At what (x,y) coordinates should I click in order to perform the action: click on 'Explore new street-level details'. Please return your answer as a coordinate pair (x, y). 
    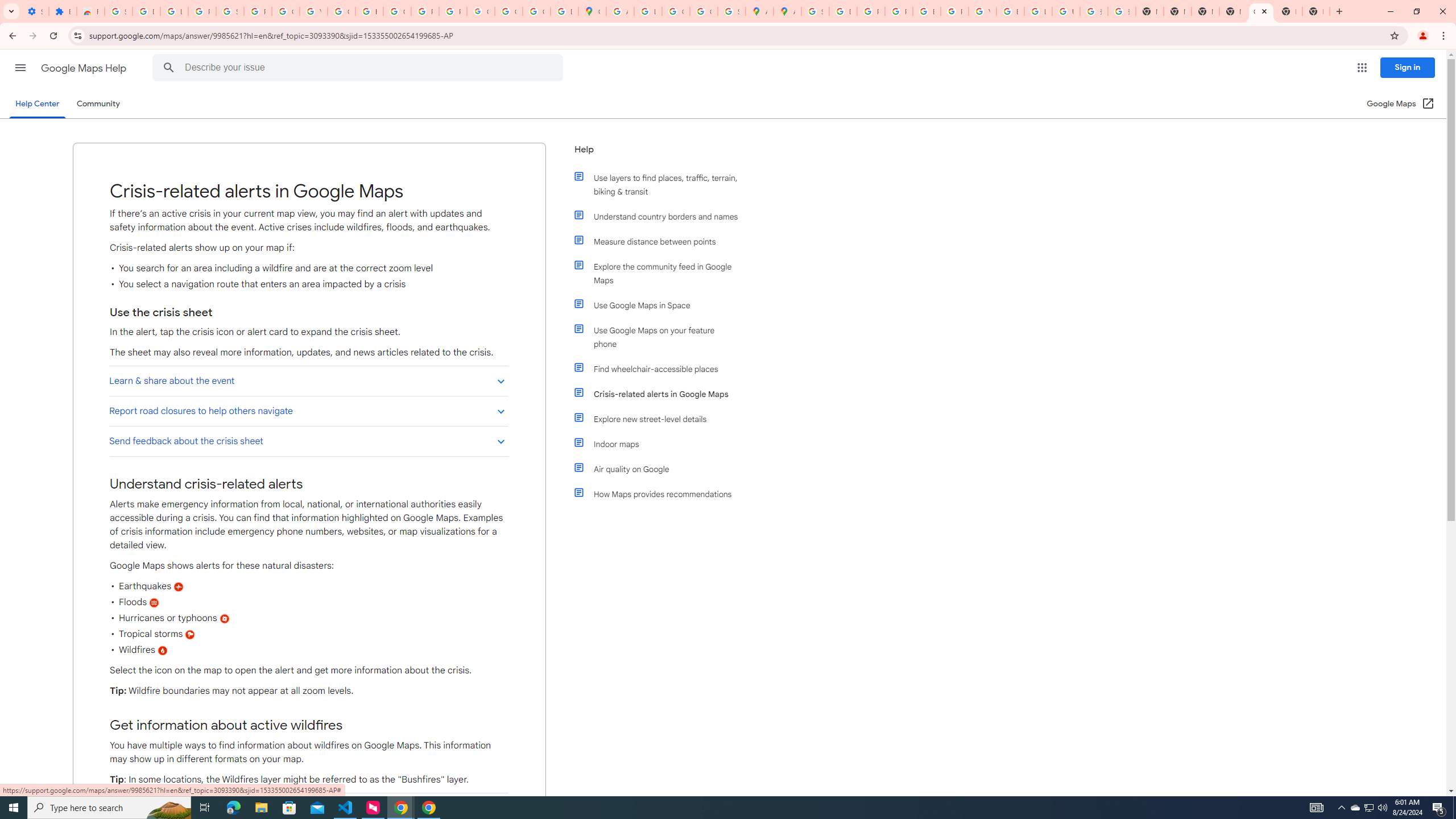
    Looking at the image, I should click on (661, 419).